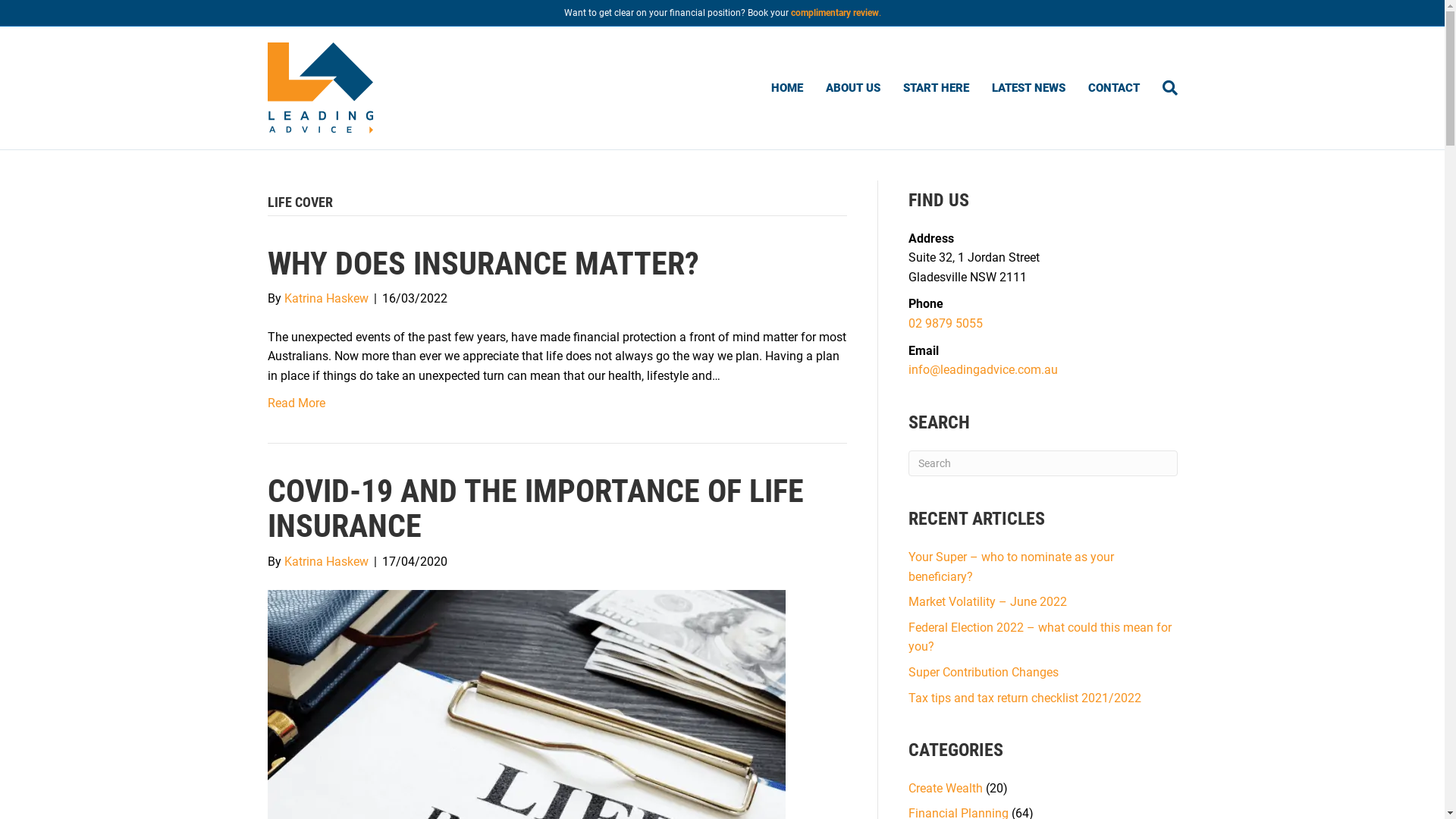  I want to click on 'Super Contribution Changes', so click(983, 671).